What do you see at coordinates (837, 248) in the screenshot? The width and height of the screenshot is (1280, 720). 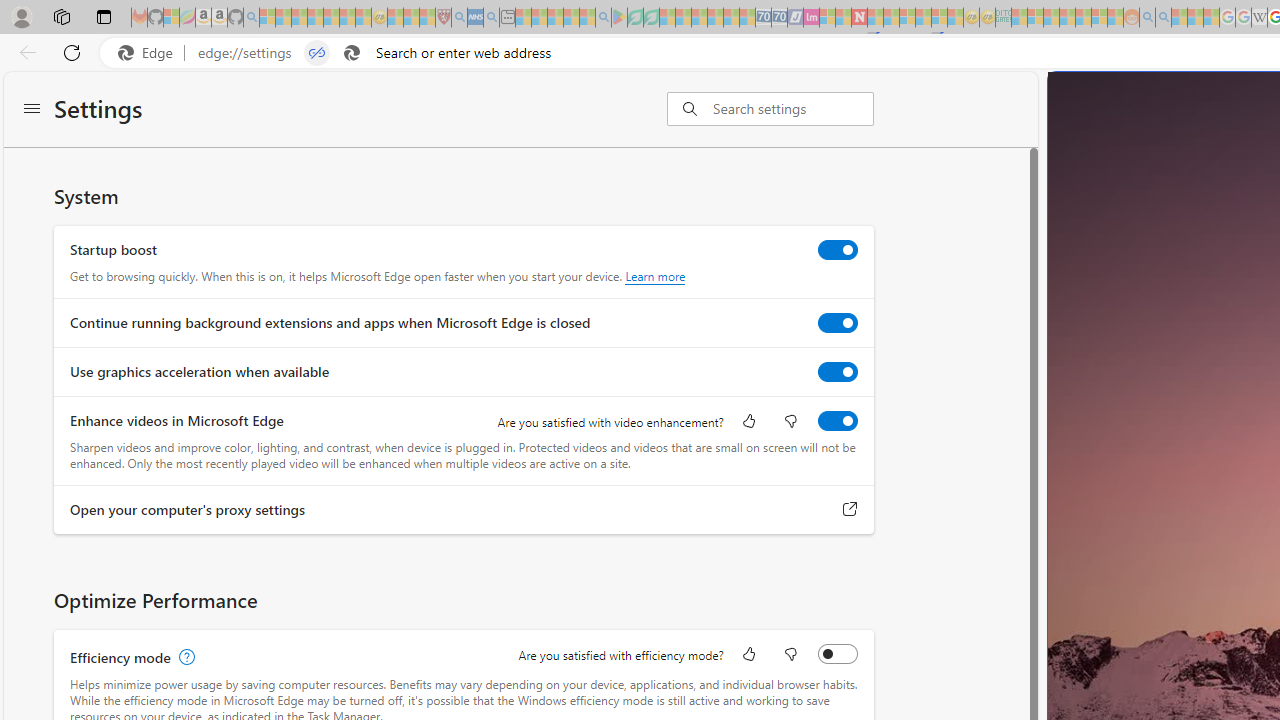 I see `'Startup boost'` at bounding box center [837, 248].